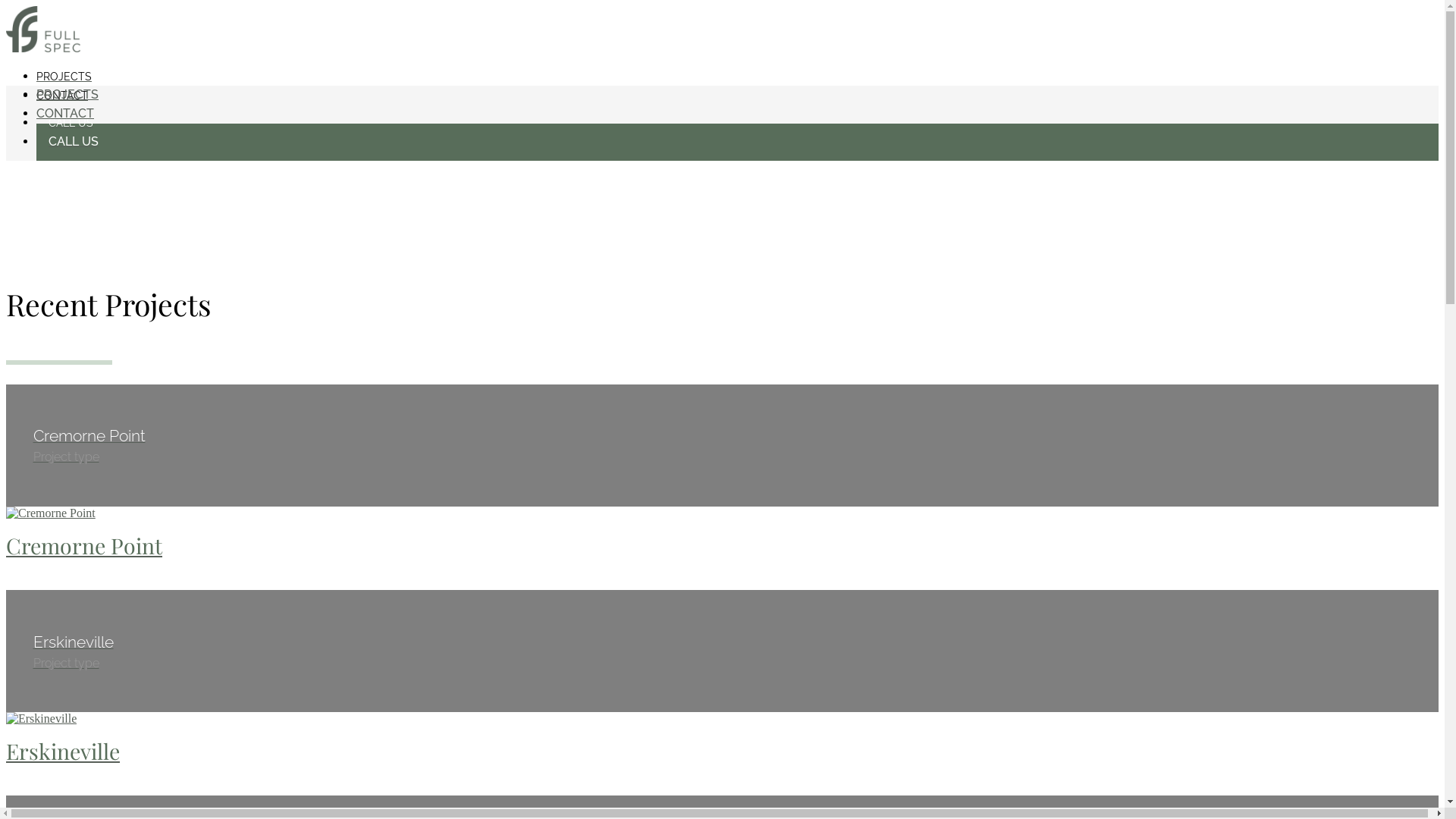 The width and height of the screenshot is (1456, 819). What do you see at coordinates (61, 95) in the screenshot?
I see `'CONTACT'` at bounding box center [61, 95].